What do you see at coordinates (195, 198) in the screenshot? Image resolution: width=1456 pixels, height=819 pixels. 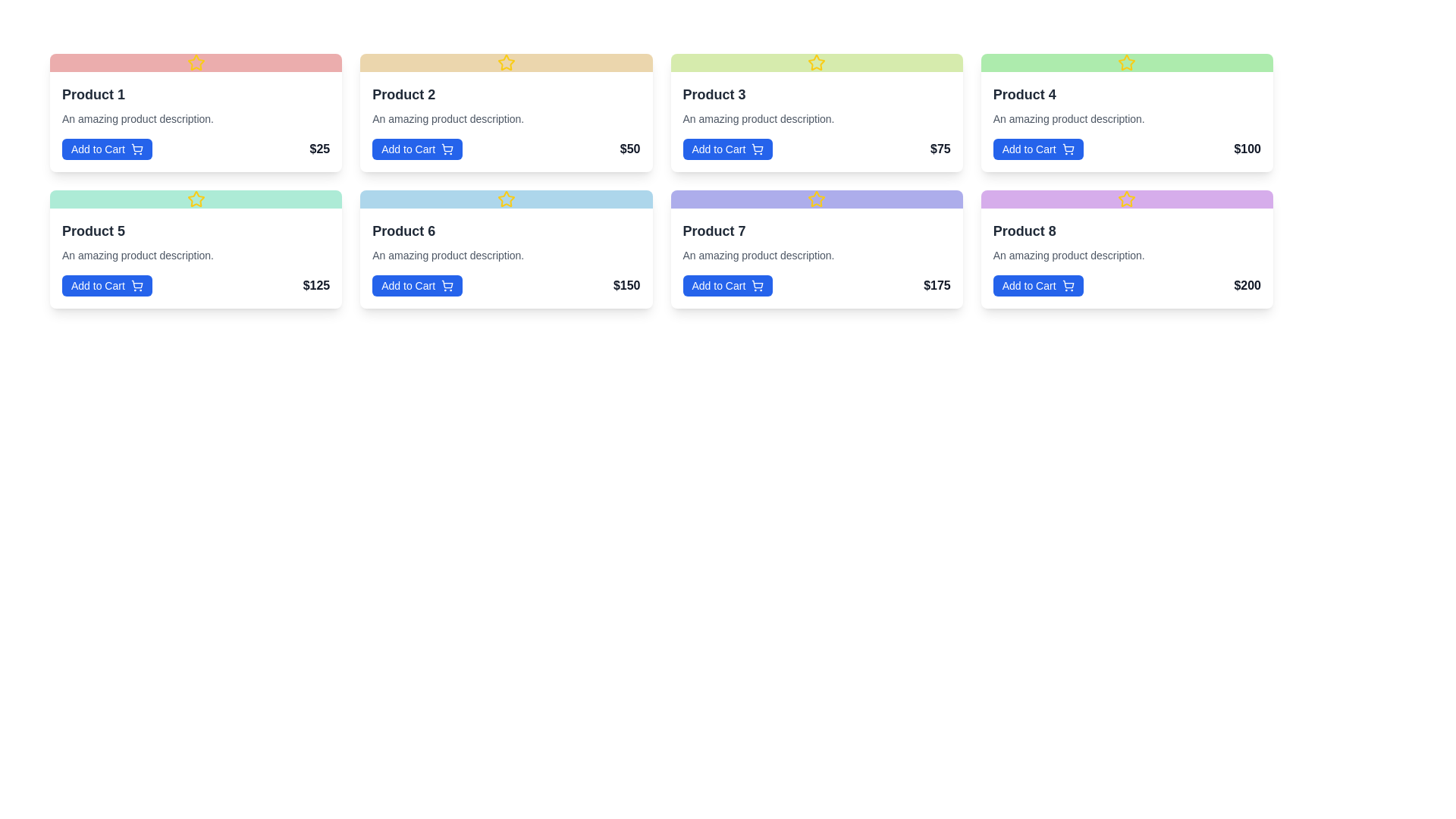 I see `the yellow outlined star icon located at the top of the Product 5 card in the product grid` at bounding box center [195, 198].